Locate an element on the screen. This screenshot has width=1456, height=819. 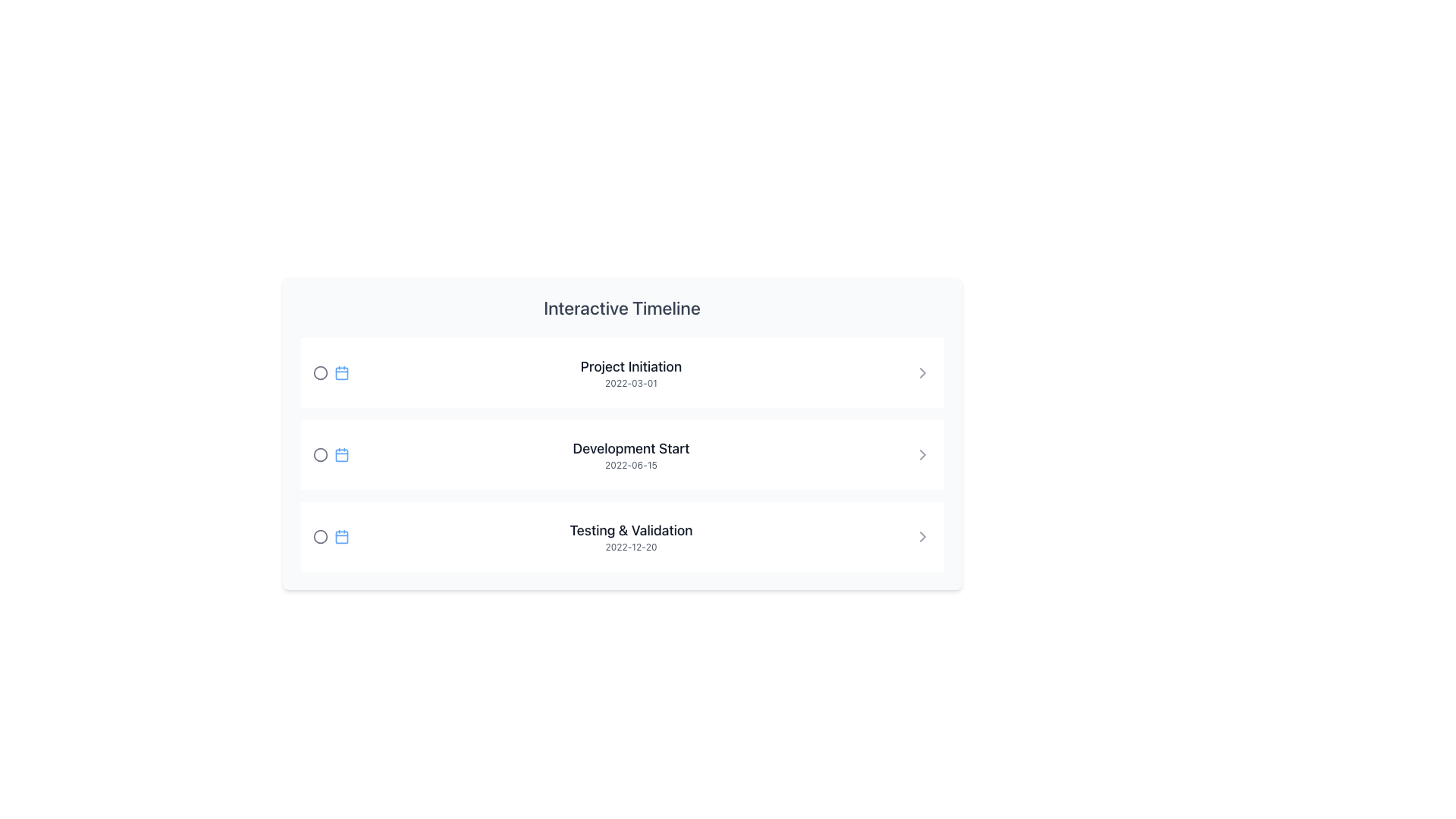
the first icon in the horizontally aligned group of icons to the left of the 'Interactive Timeline' text descriptor is located at coordinates (319, 373).